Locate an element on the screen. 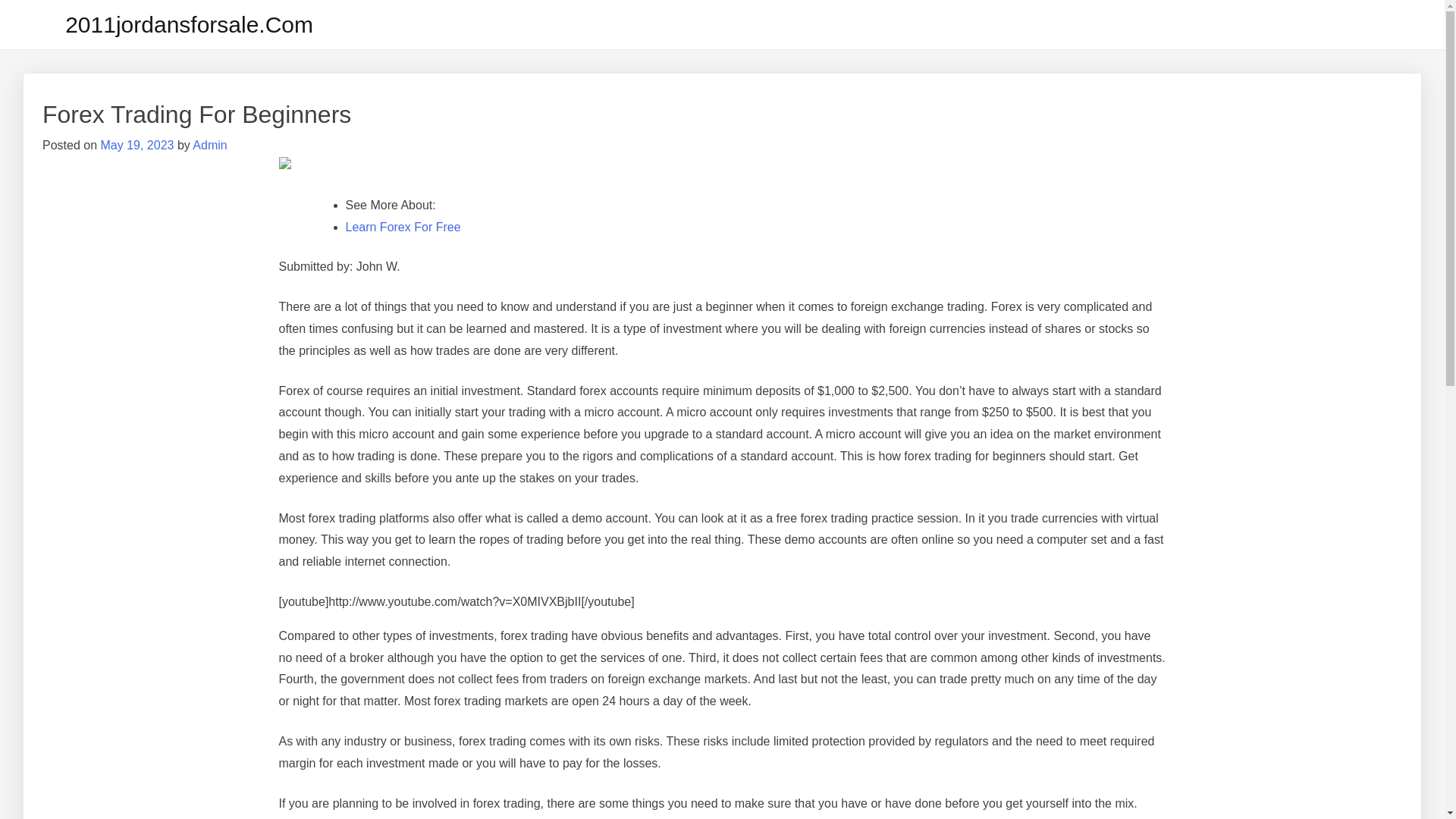  'Admin' is located at coordinates (209, 145).